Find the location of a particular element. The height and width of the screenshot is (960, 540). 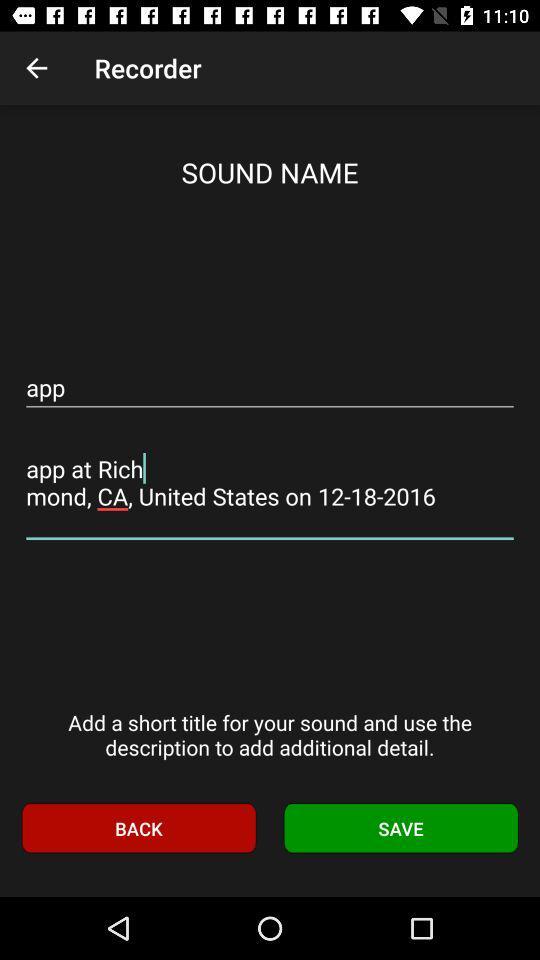

item to the left of the recorder is located at coordinates (36, 68).